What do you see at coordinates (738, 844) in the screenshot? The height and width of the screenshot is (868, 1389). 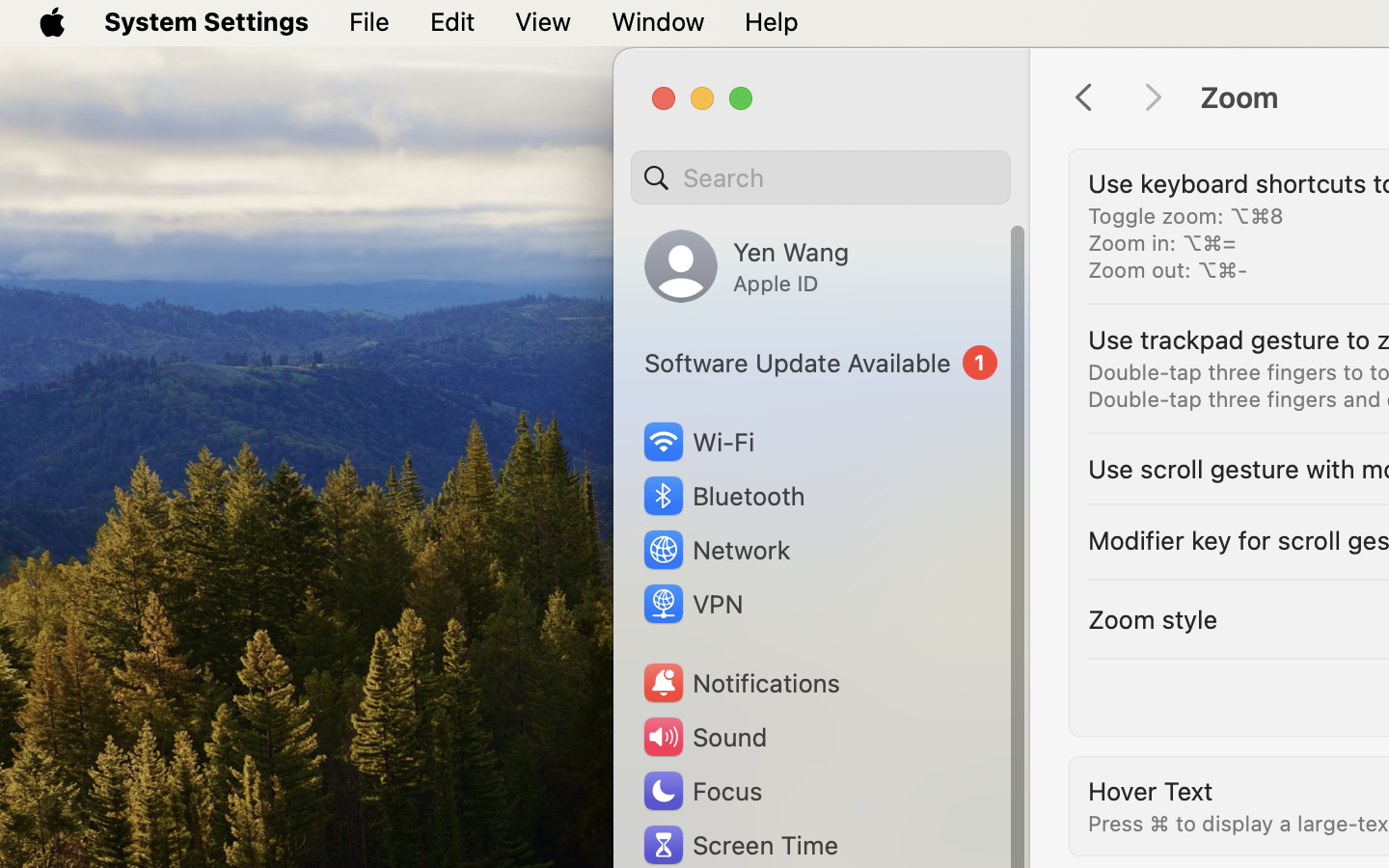 I see `'Screen Time'` at bounding box center [738, 844].